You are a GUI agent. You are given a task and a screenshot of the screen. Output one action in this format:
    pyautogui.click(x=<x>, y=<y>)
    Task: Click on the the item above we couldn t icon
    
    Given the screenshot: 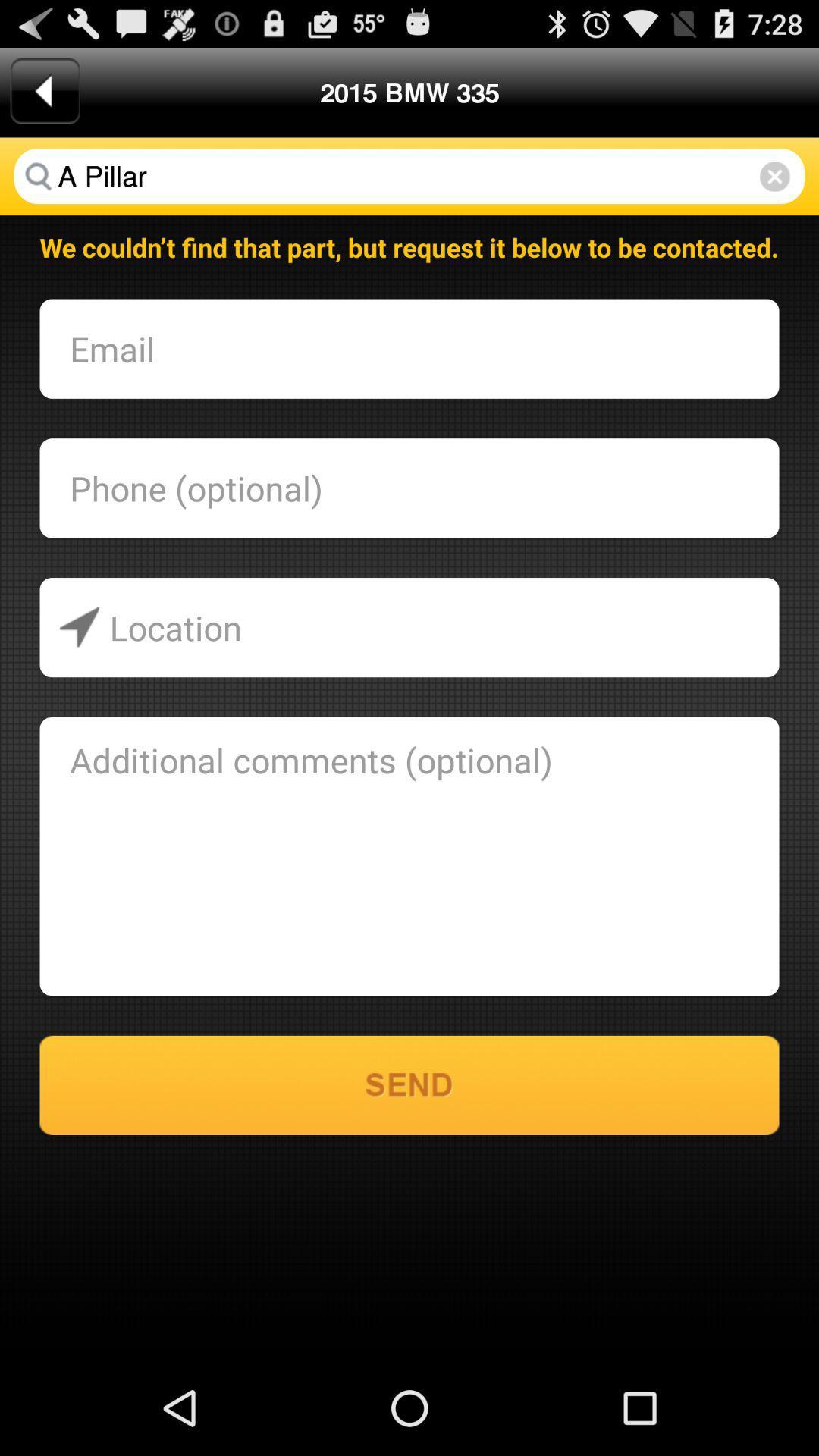 What is the action you would take?
    pyautogui.click(x=774, y=176)
    